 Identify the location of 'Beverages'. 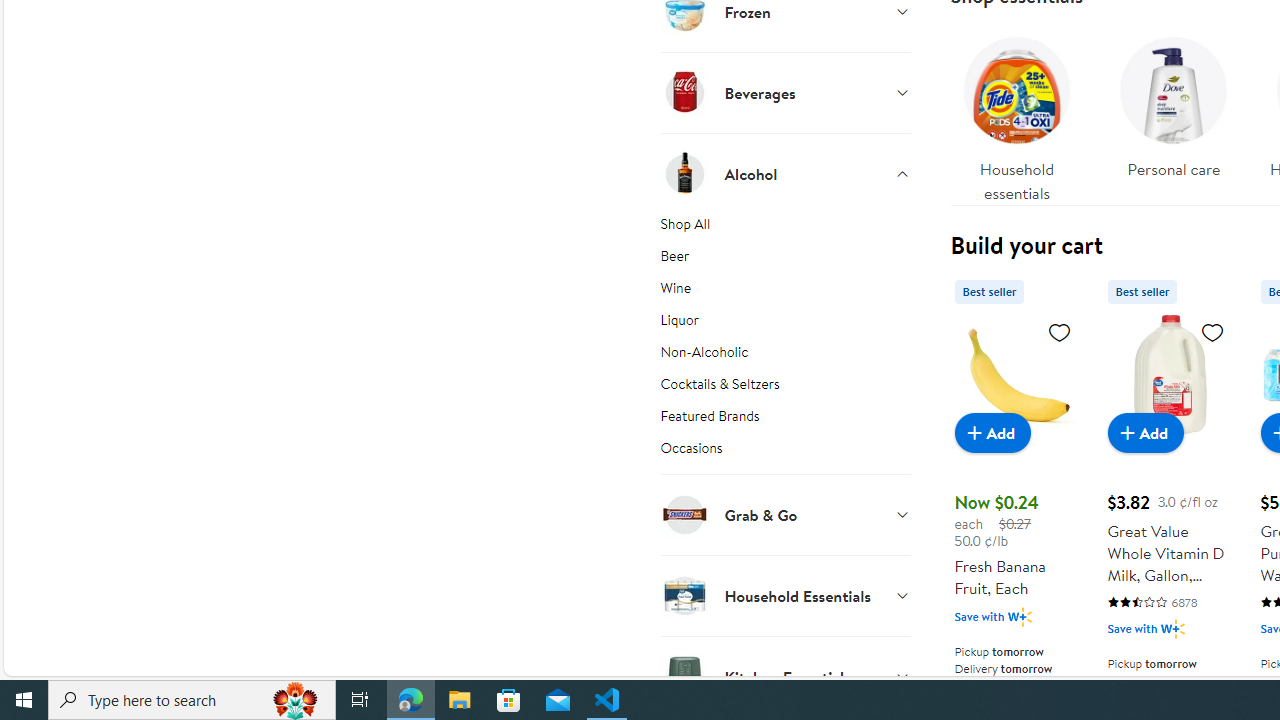
(784, 92).